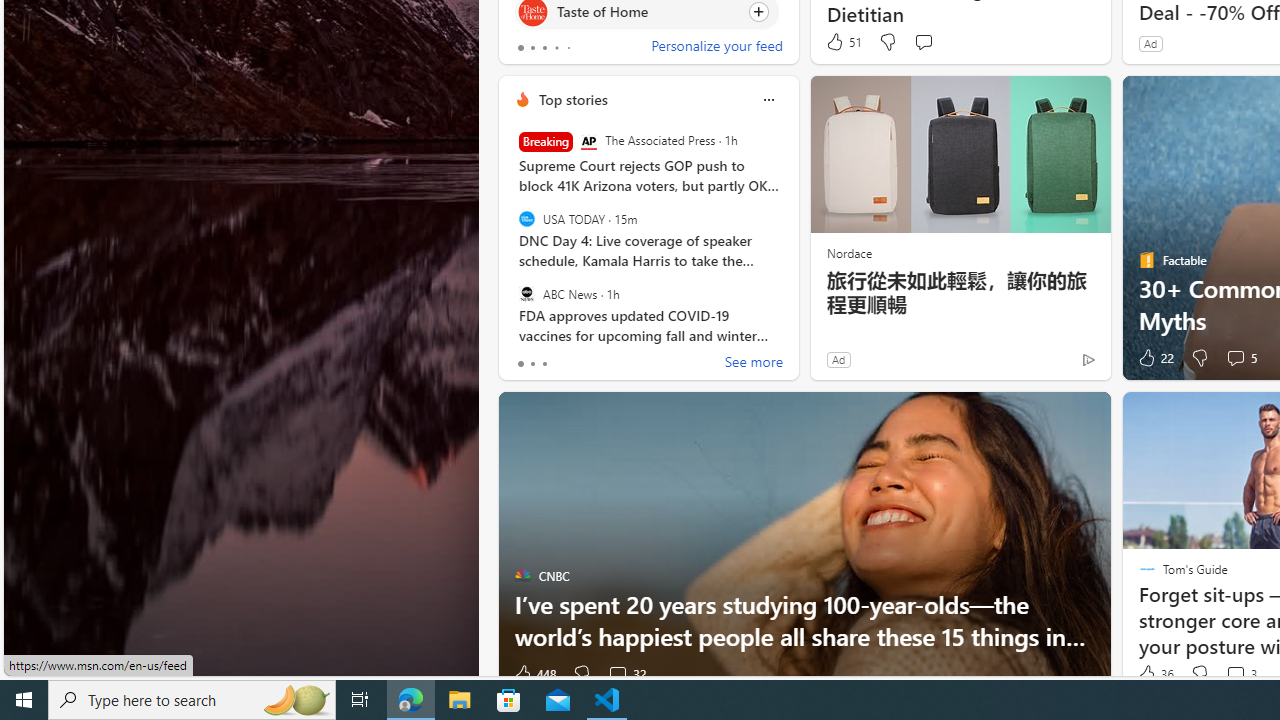  I want to click on 'View comments 5 Comment', so click(1234, 356).